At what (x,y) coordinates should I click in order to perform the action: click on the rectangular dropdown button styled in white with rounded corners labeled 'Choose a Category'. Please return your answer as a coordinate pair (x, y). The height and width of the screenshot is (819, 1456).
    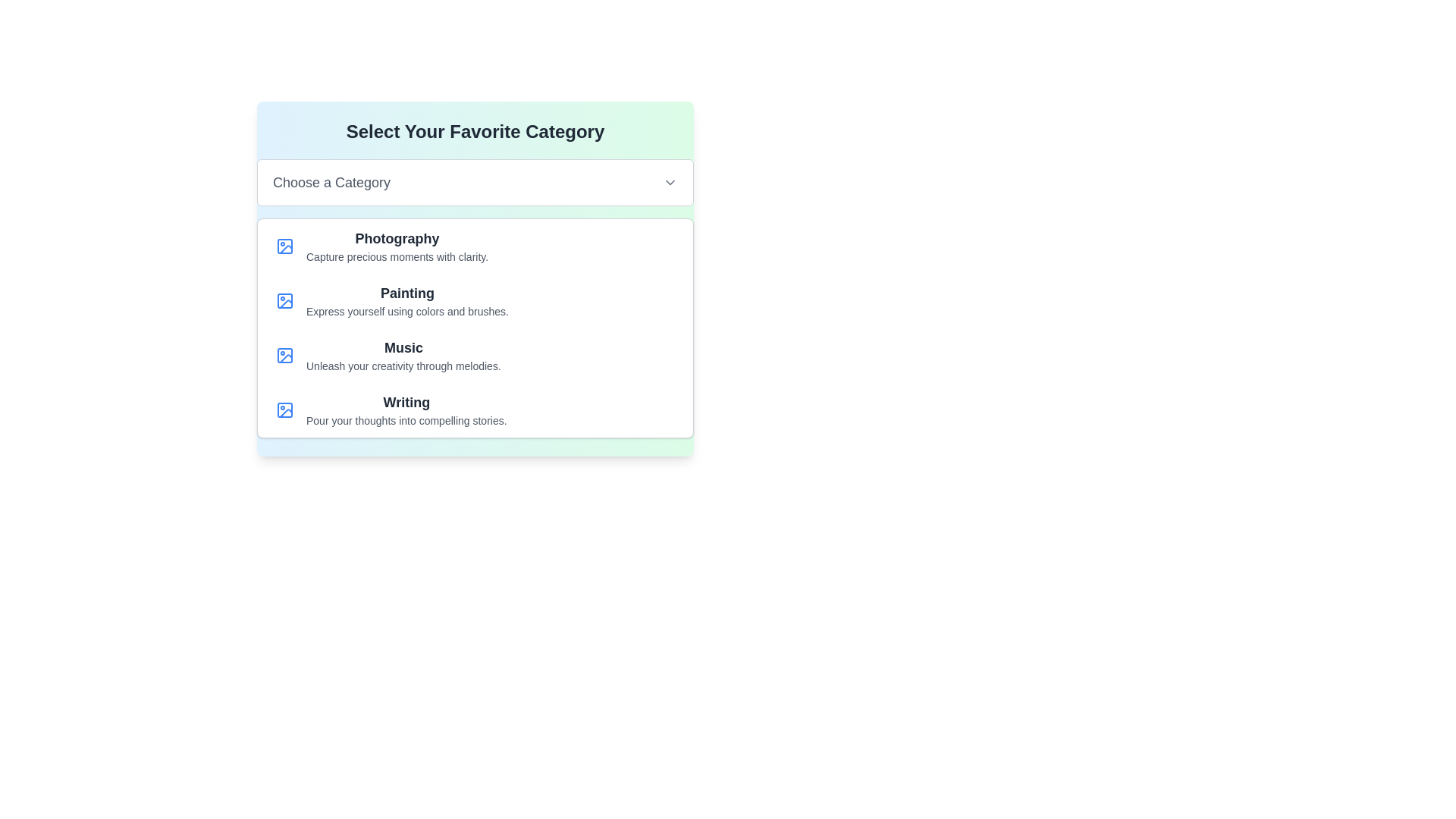
    Looking at the image, I should click on (475, 181).